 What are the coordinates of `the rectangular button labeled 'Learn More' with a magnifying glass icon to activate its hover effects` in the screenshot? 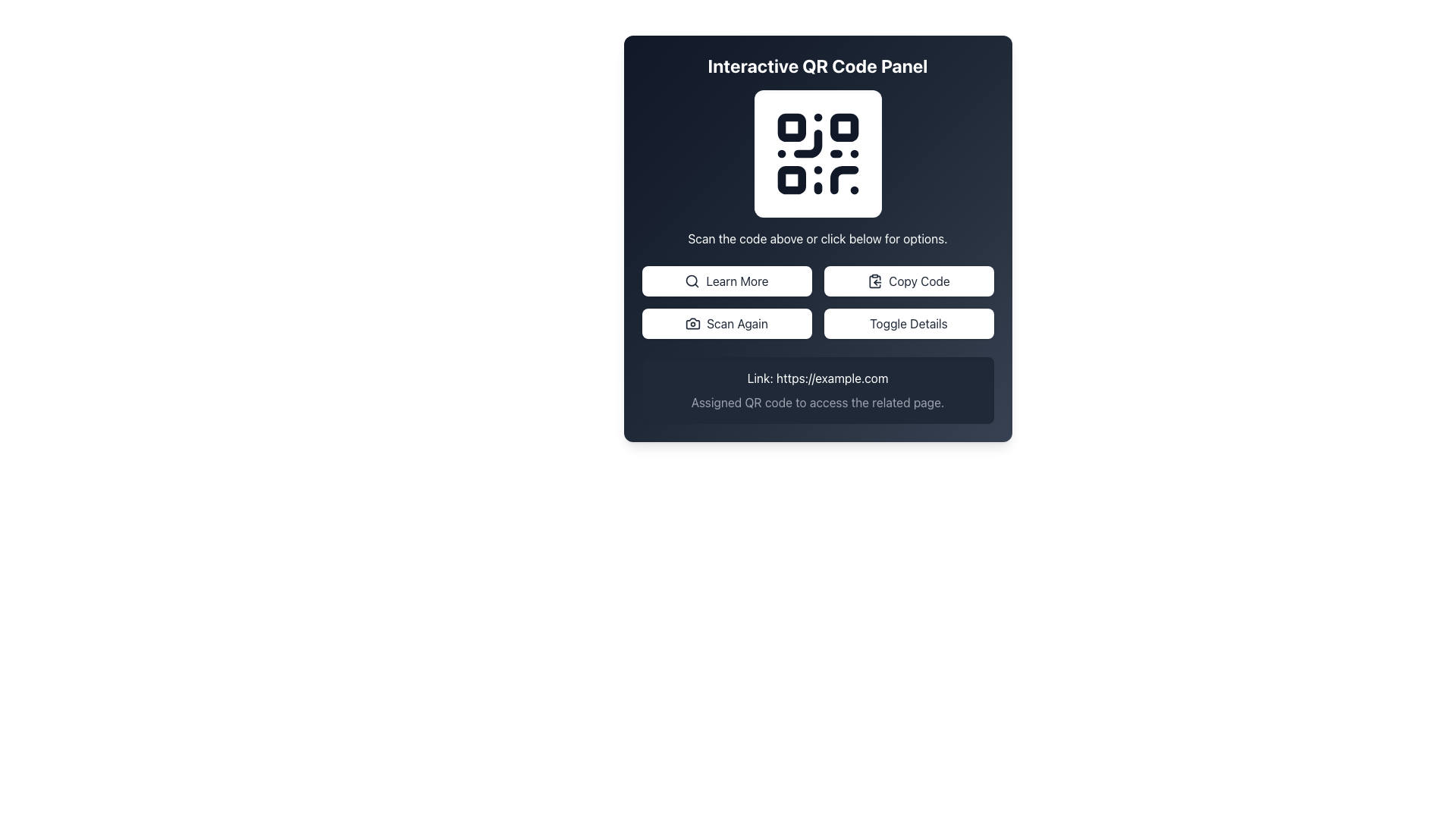 It's located at (726, 281).